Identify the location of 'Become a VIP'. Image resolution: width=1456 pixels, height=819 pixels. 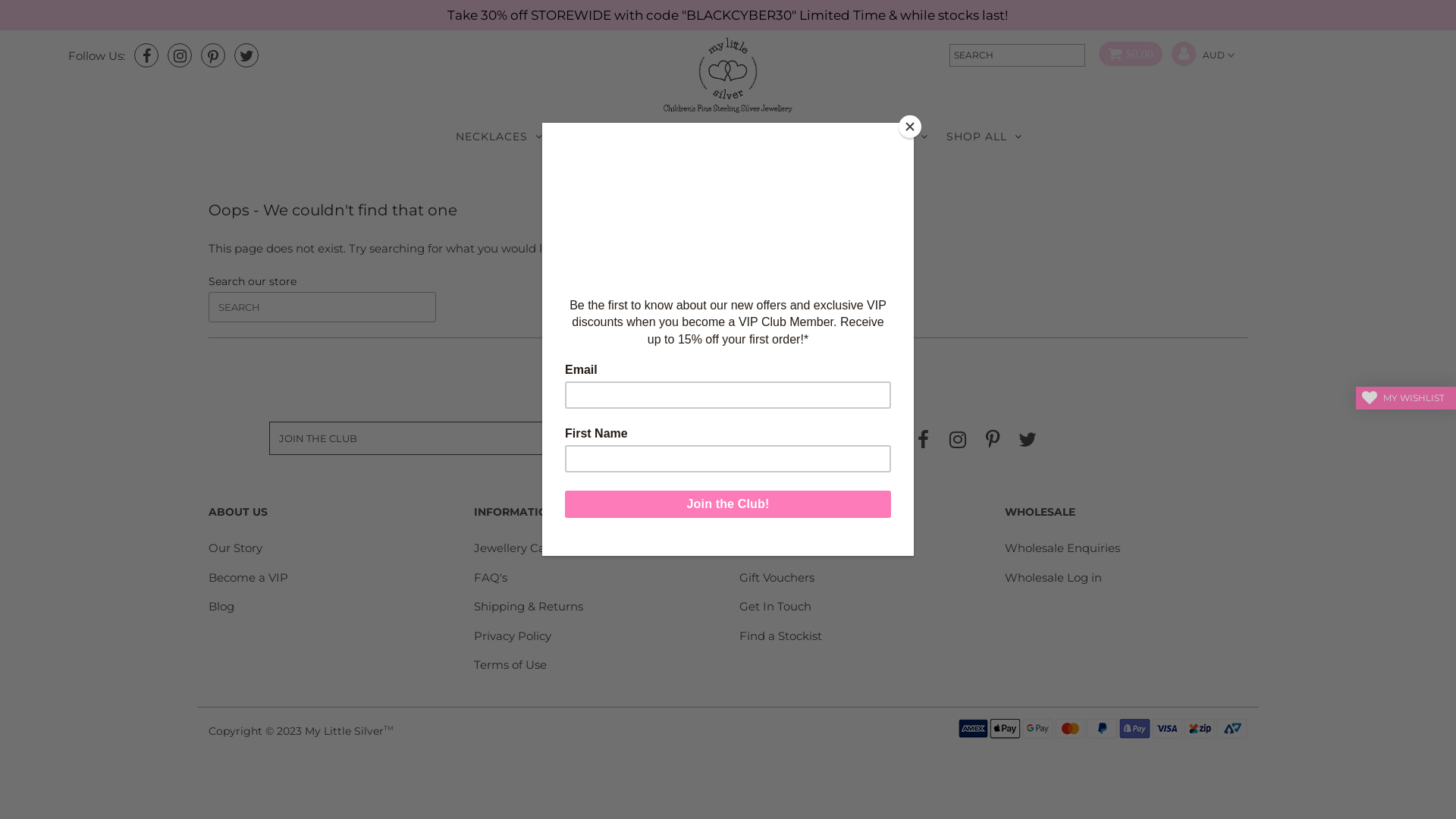
(207, 577).